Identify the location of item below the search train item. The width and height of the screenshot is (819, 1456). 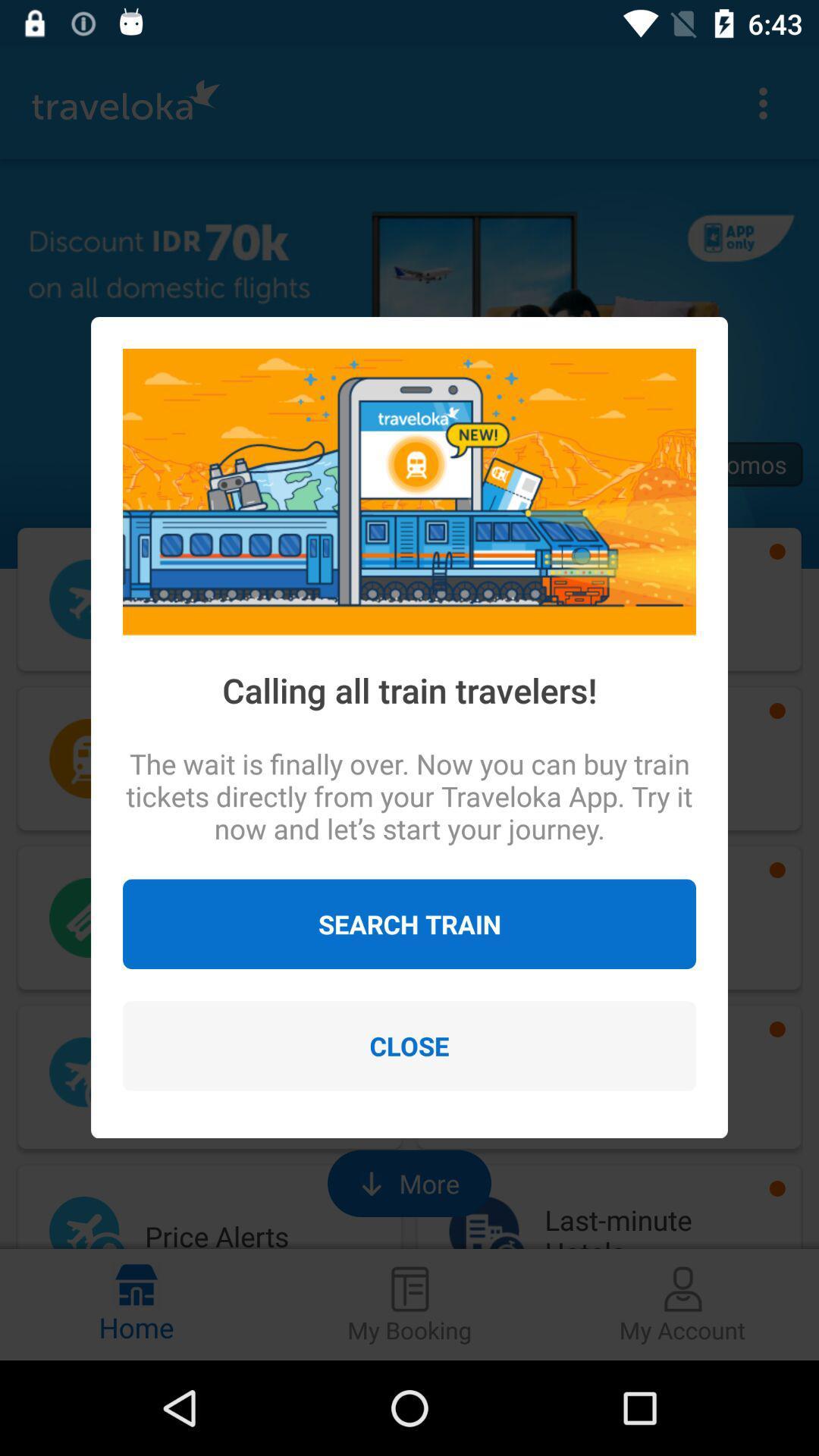
(409, 1045).